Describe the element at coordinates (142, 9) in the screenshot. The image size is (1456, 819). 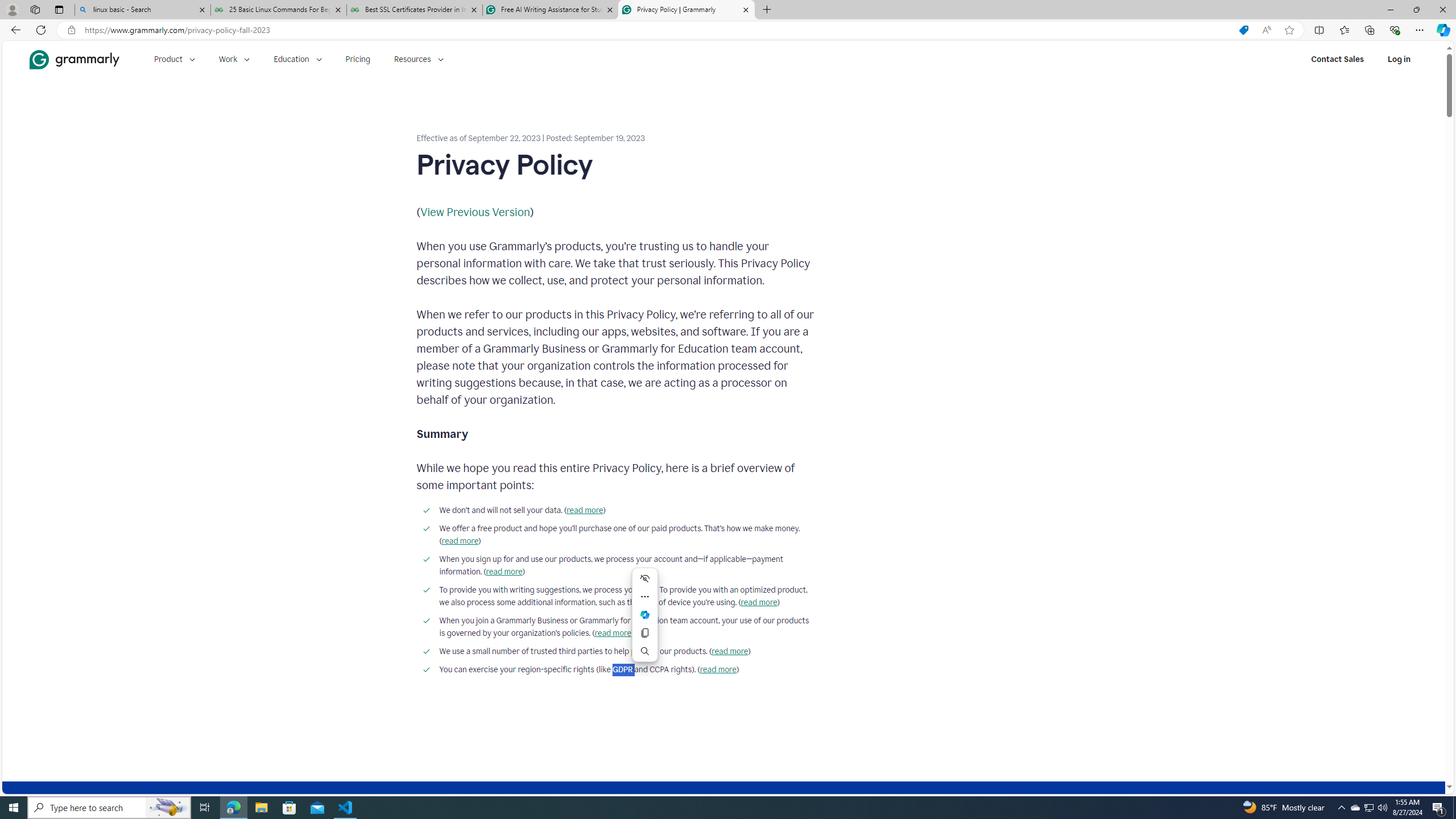
I see `'linux basic - Search'` at that location.